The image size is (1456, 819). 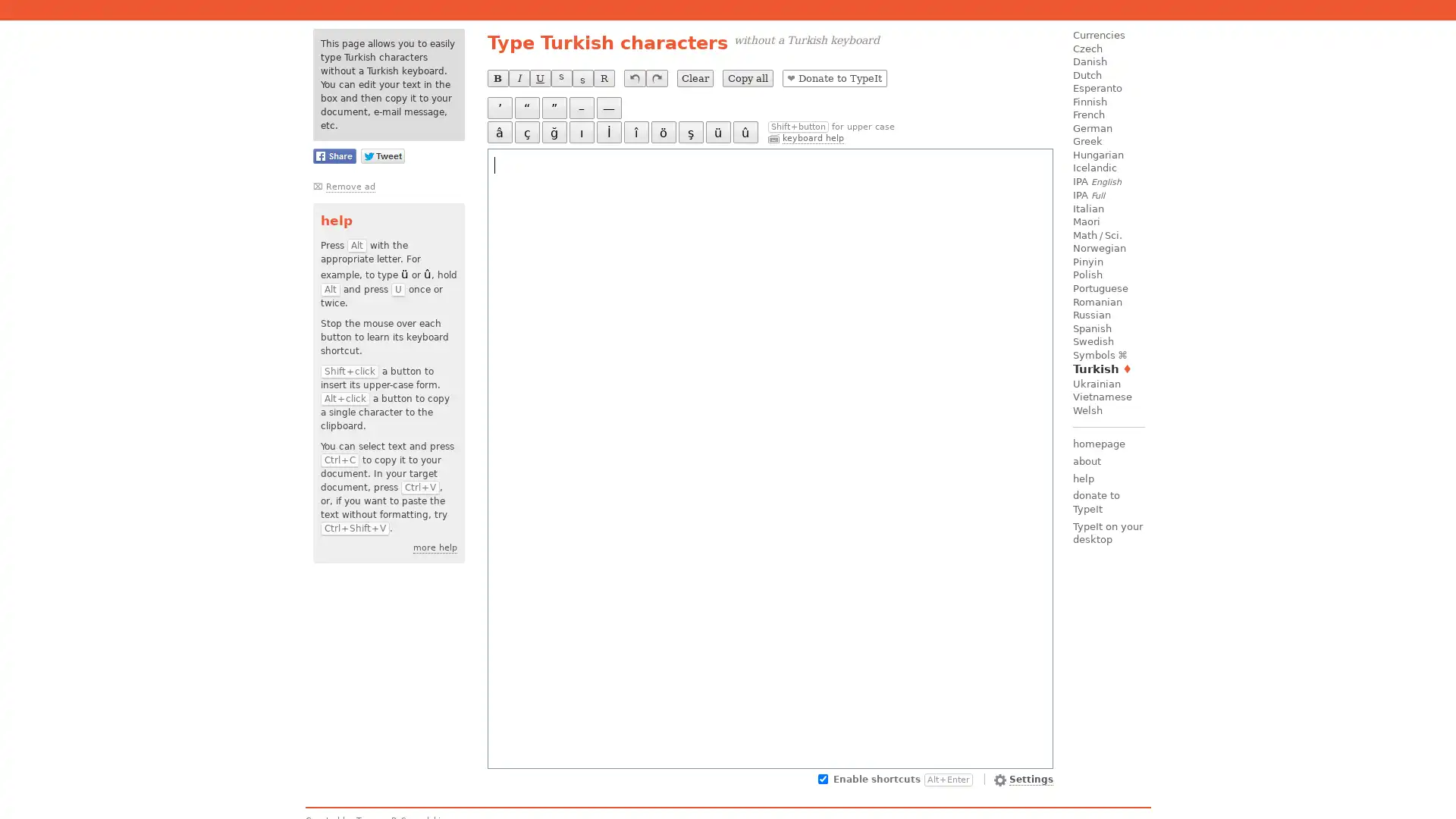 I want to click on I, so click(x=608, y=131).